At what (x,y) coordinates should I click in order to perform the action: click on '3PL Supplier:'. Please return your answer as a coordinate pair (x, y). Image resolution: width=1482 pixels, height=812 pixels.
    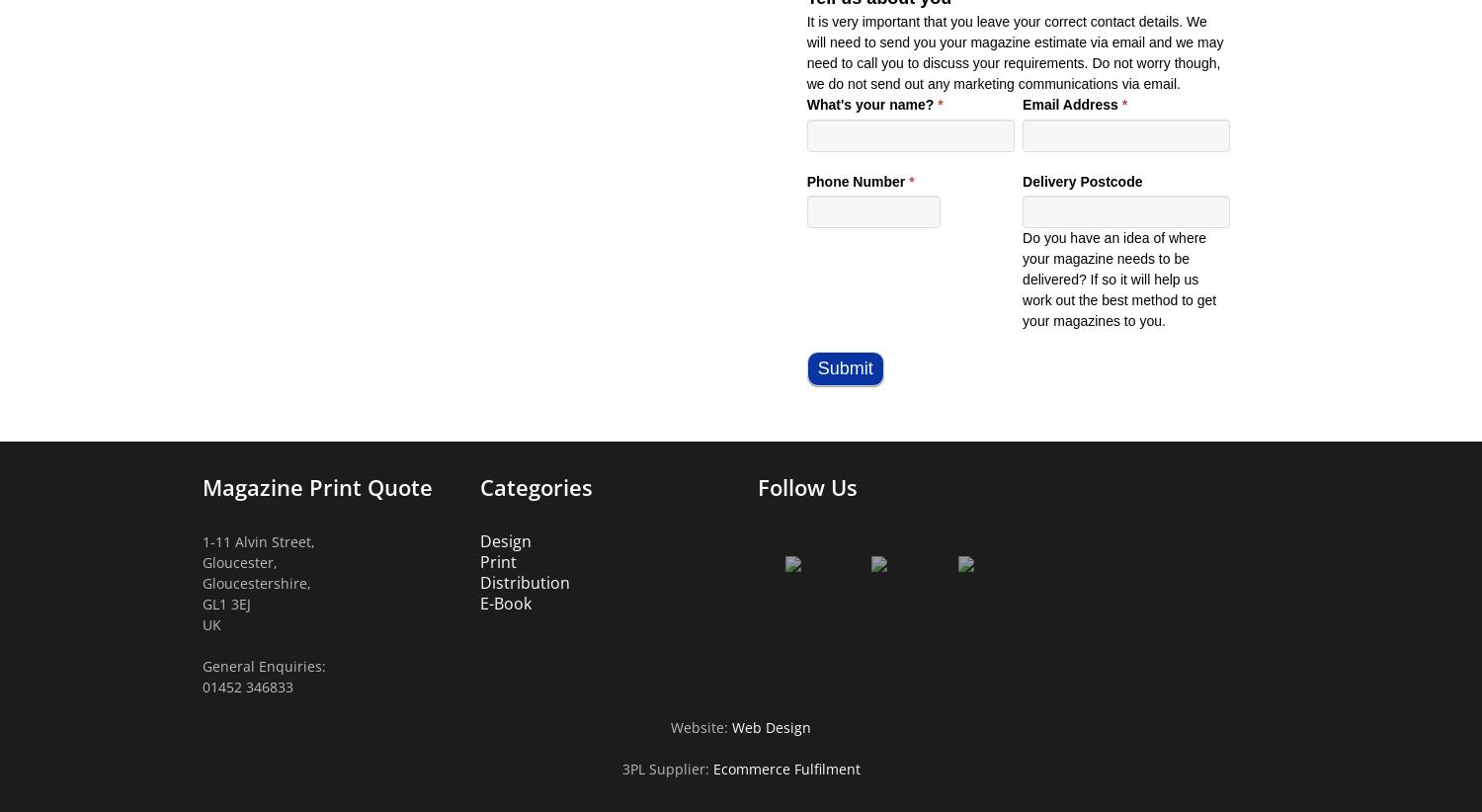
    Looking at the image, I should click on (667, 768).